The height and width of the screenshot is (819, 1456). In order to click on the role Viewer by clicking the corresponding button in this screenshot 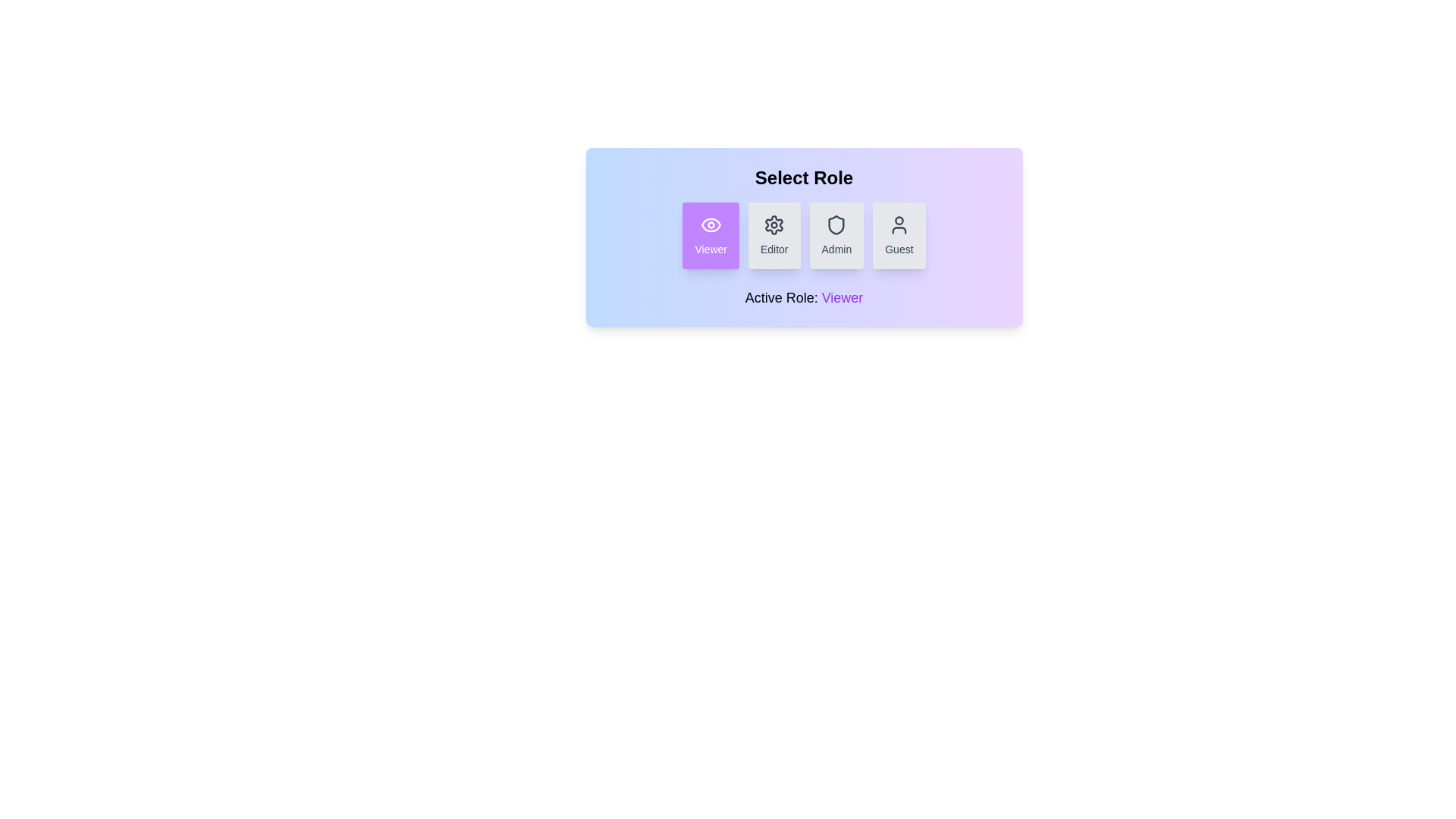, I will do `click(710, 236)`.